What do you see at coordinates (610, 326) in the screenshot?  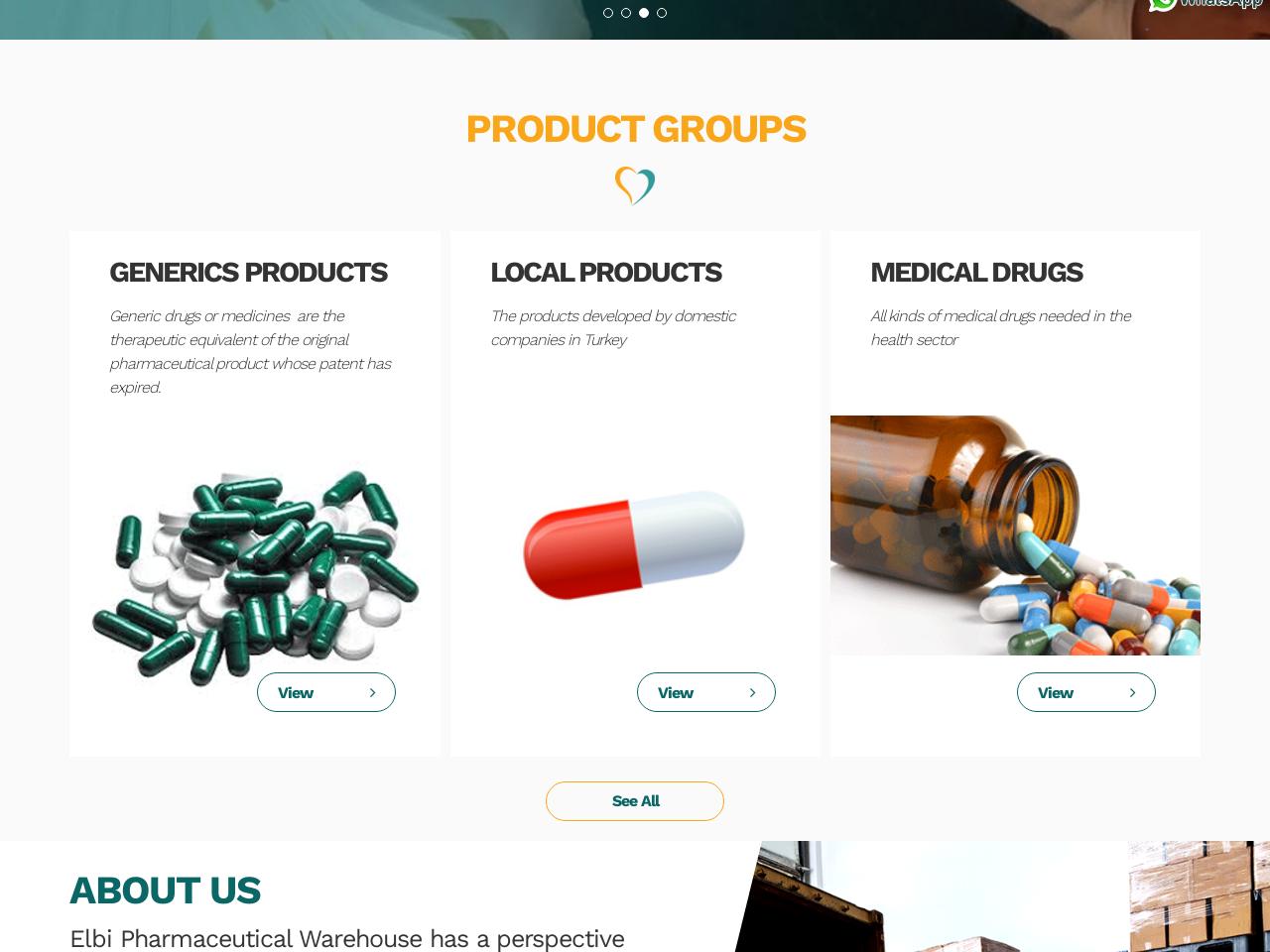 I see `'The products developed by domestic companies in Turkey'` at bounding box center [610, 326].